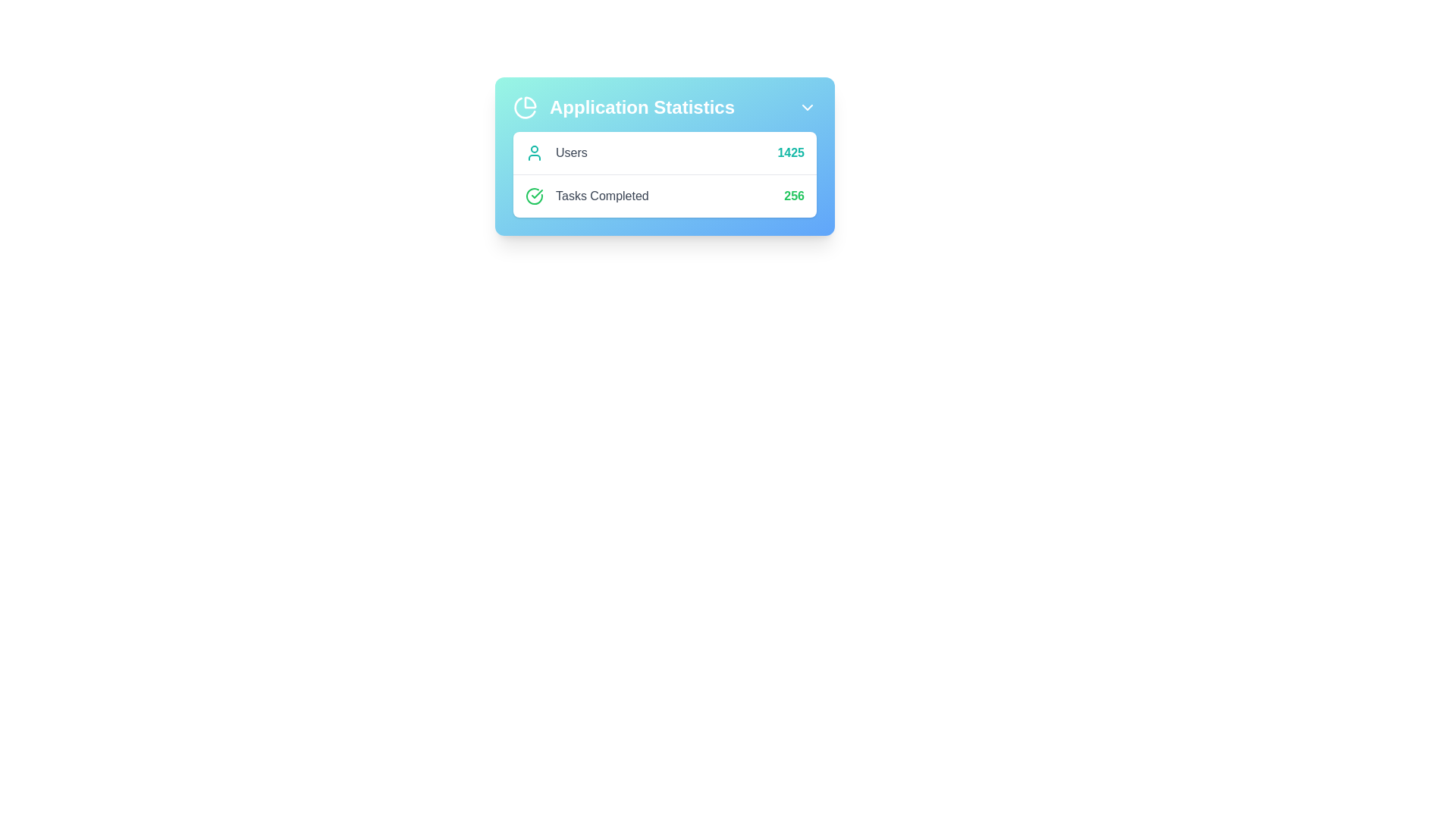 This screenshot has width=1456, height=819. What do you see at coordinates (525, 107) in the screenshot?
I see `the pie chart icon representing statistical data in the 'Application Statistics' header, located at the top-left corner as the first item among its siblings` at bounding box center [525, 107].